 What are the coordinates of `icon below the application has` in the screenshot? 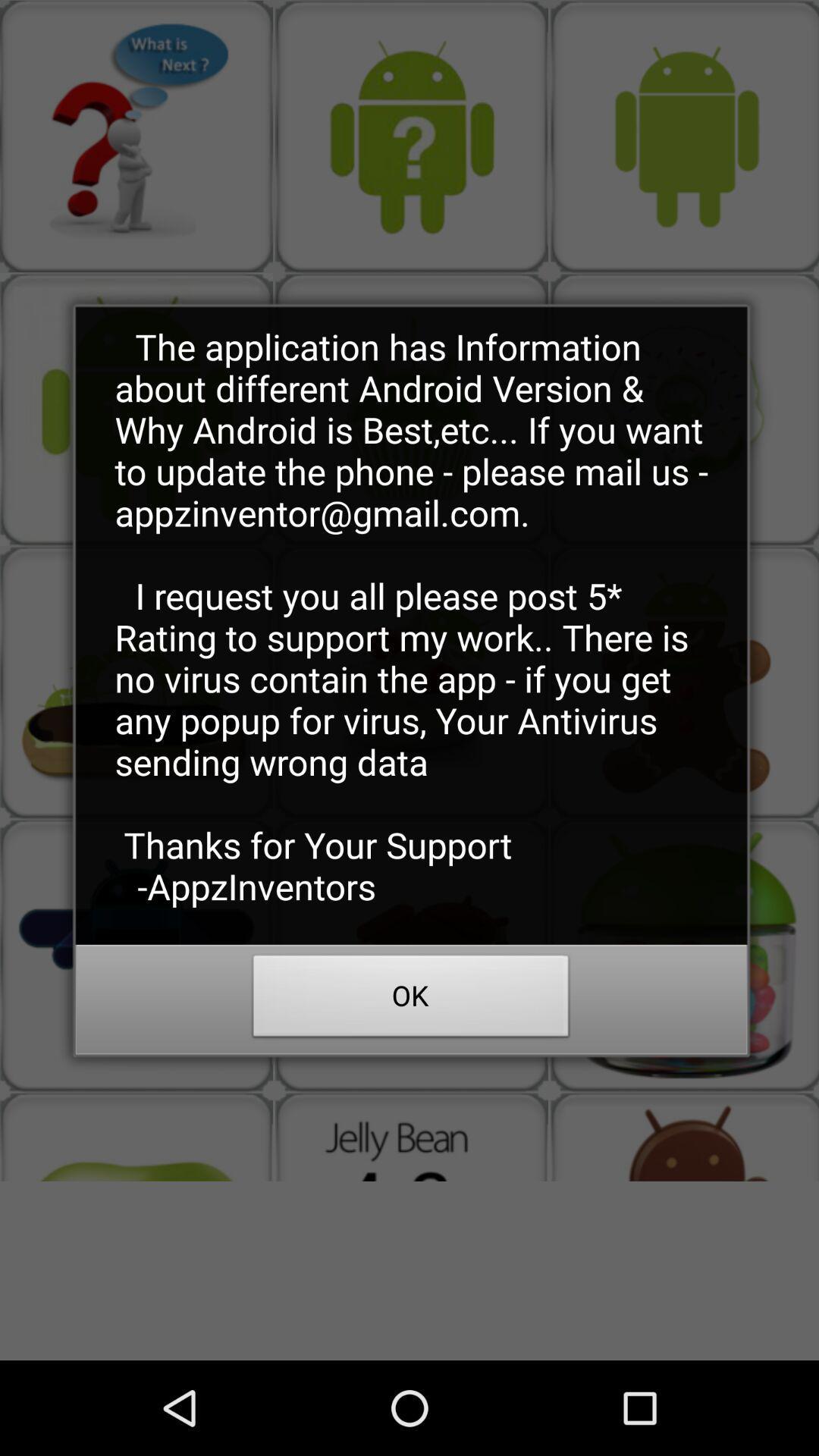 It's located at (411, 1000).